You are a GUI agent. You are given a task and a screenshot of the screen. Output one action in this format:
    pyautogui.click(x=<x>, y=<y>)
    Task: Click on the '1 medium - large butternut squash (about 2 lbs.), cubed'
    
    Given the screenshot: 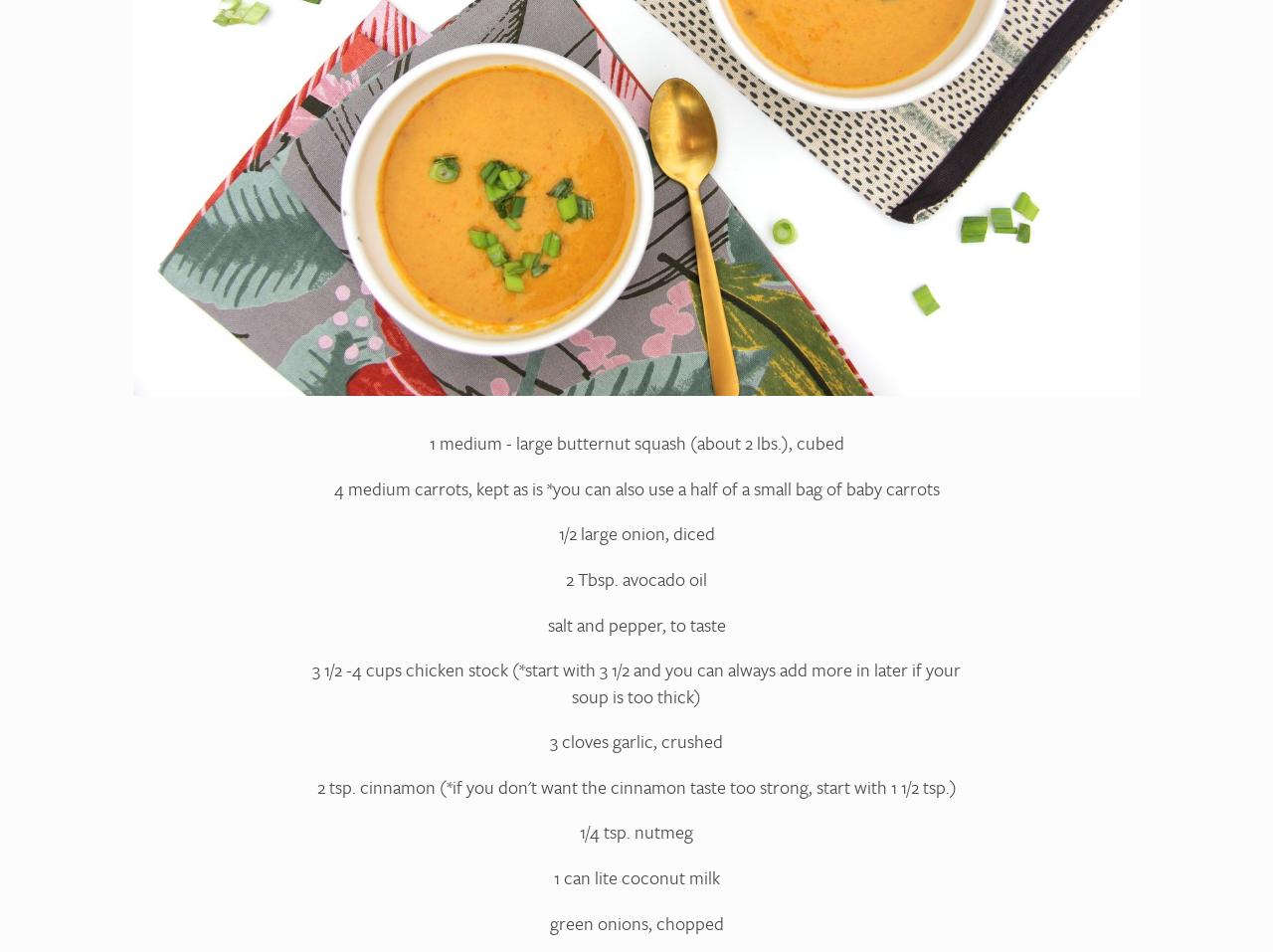 What is the action you would take?
    pyautogui.click(x=635, y=442)
    